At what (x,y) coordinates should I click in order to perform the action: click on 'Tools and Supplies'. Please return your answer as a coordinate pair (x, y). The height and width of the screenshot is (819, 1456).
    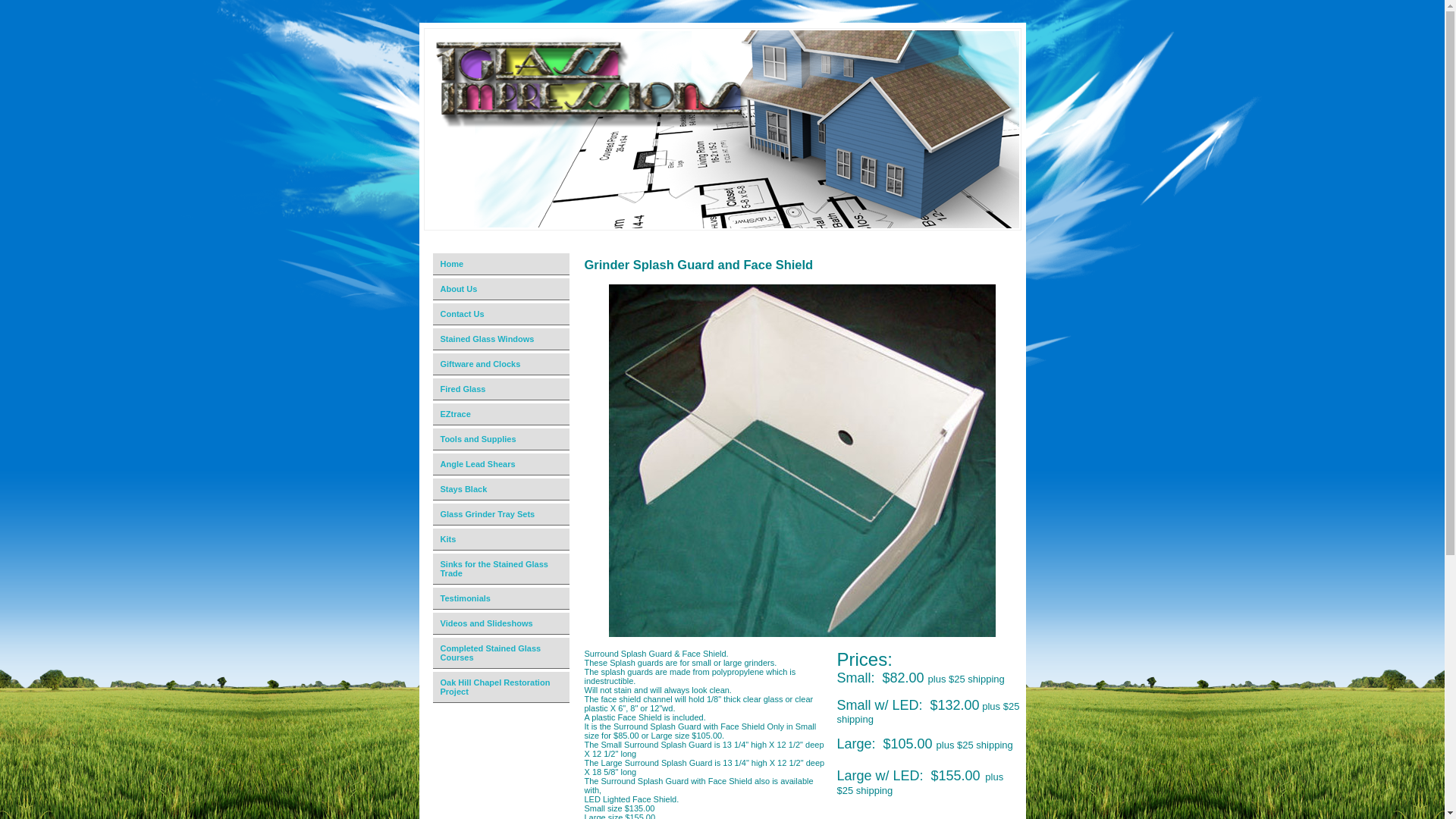
    Looking at the image, I should click on (502, 439).